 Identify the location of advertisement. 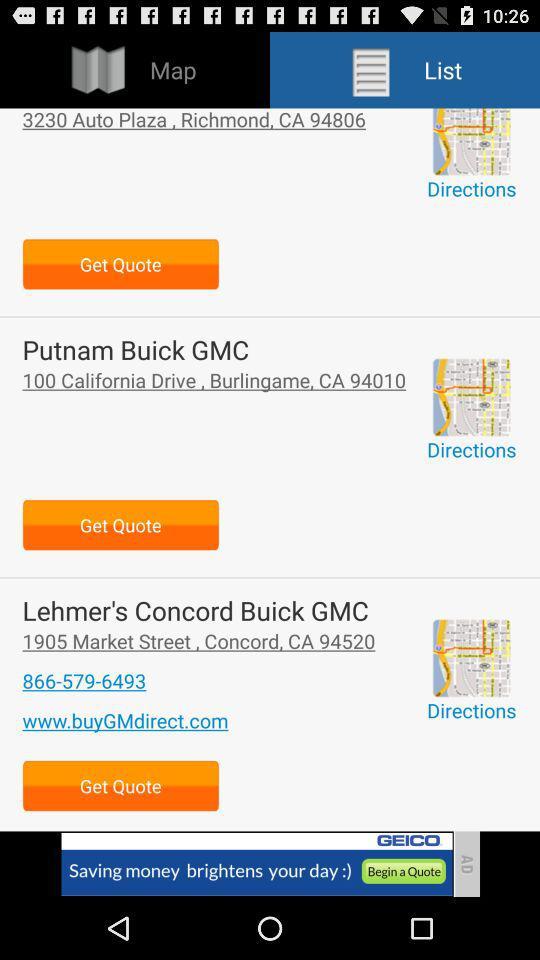
(471, 657).